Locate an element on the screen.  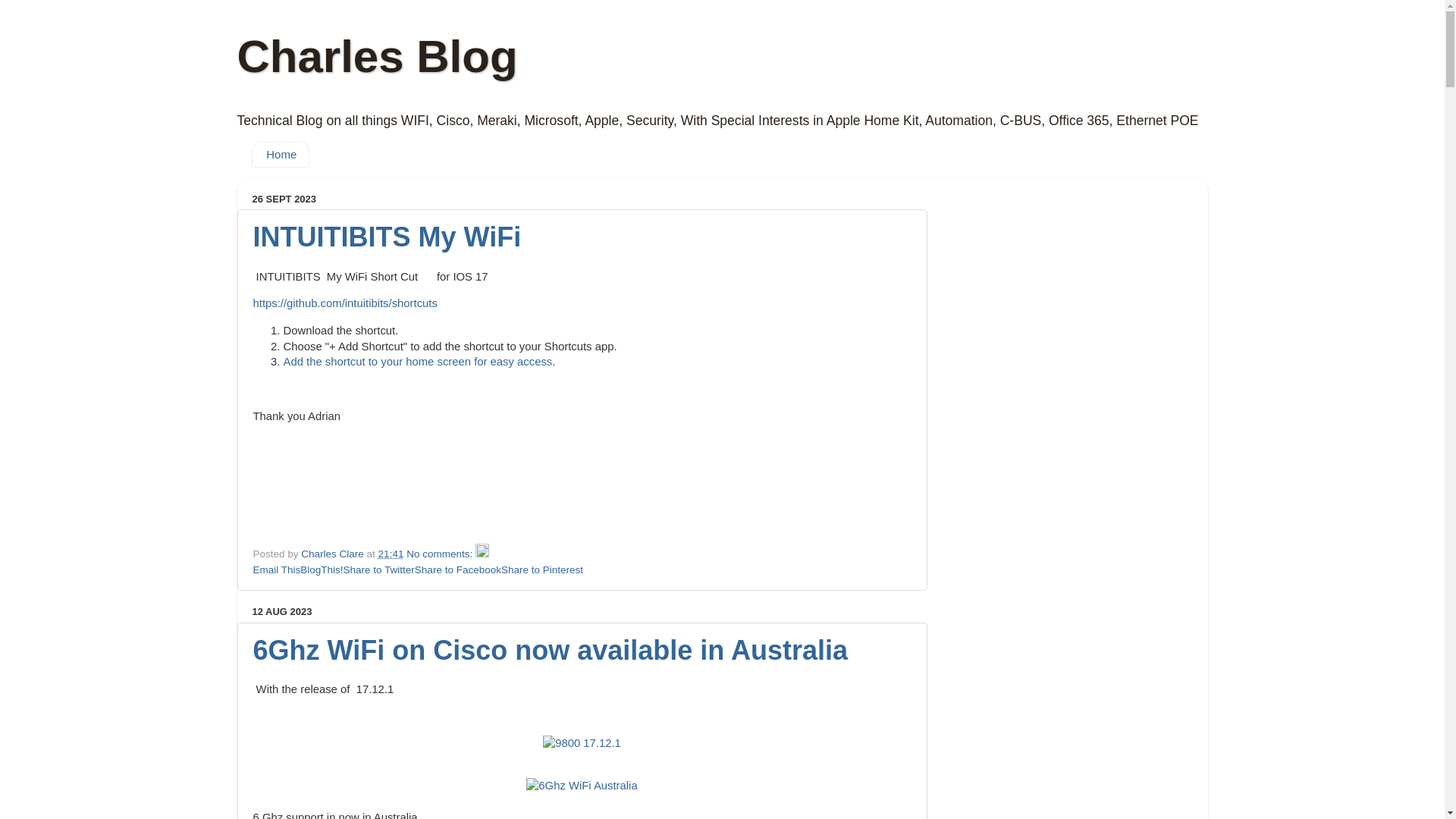
'BlogThis!' is located at coordinates (320, 570).